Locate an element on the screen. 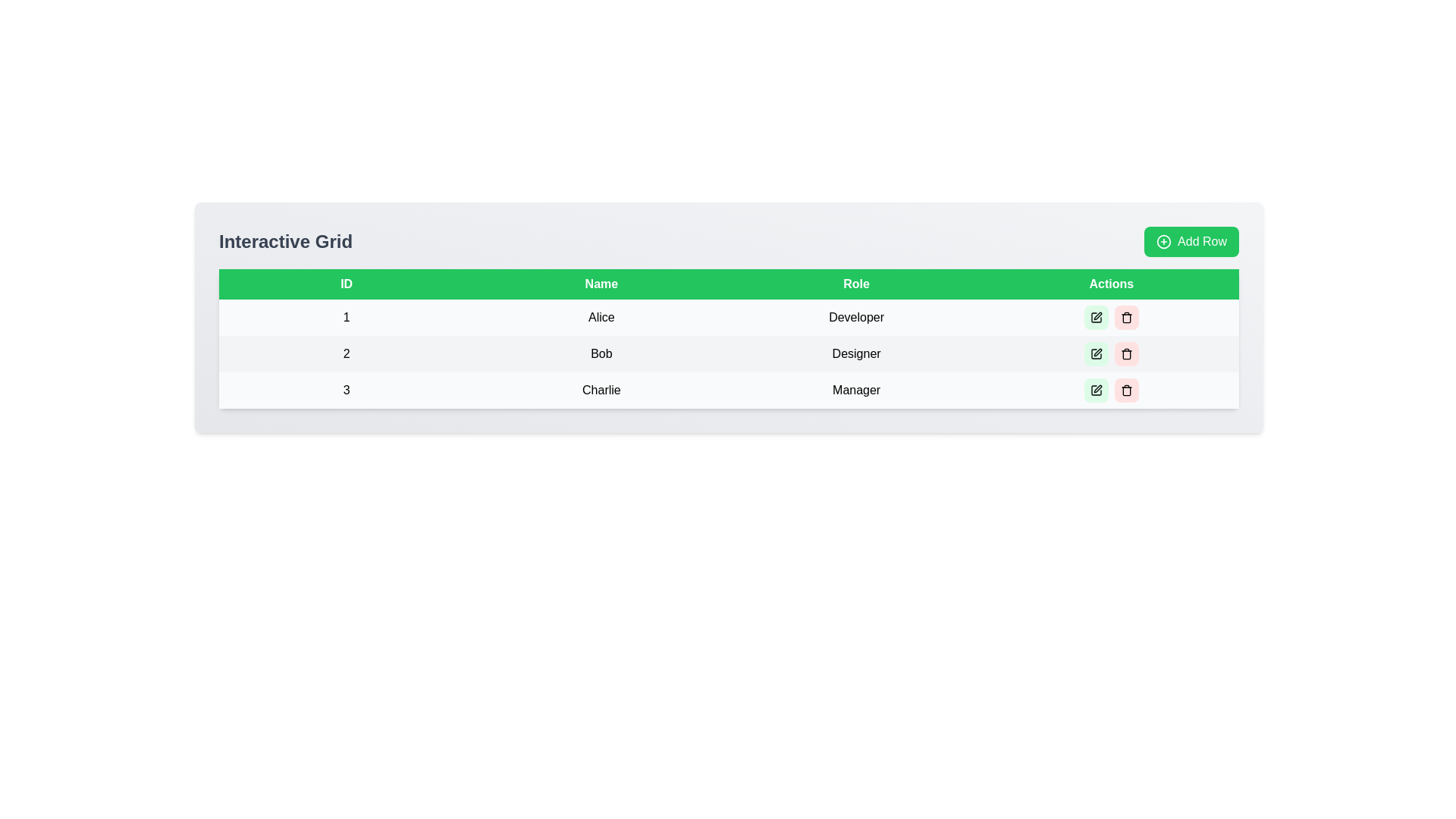 This screenshot has width=1456, height=819. the text label displaying the name 'Bob' in the second row of the table under the 'Name' column is located at coordinates (601, 353).